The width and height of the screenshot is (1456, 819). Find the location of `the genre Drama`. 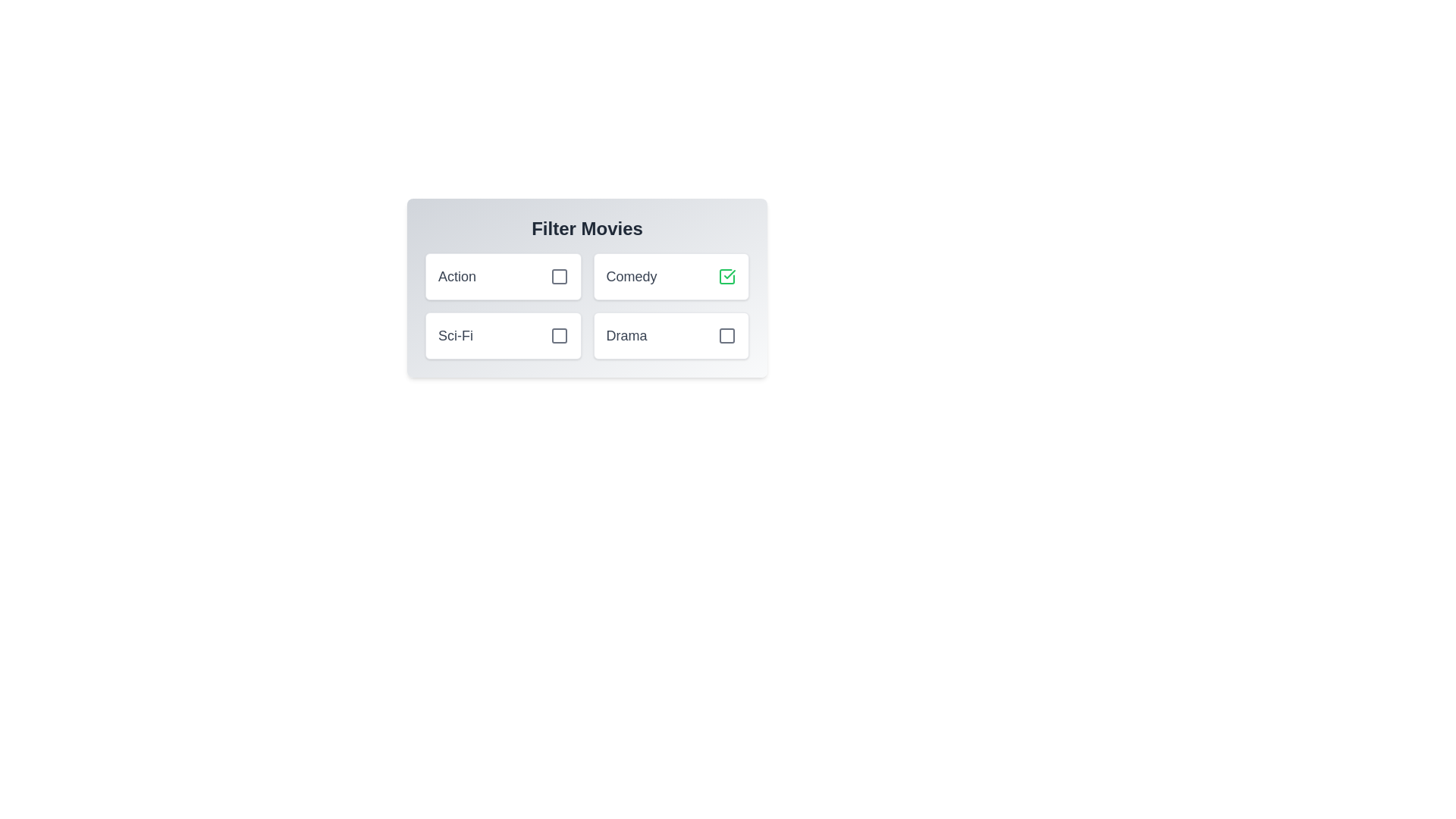

the genre Drama is located at coordinates (726, 335).